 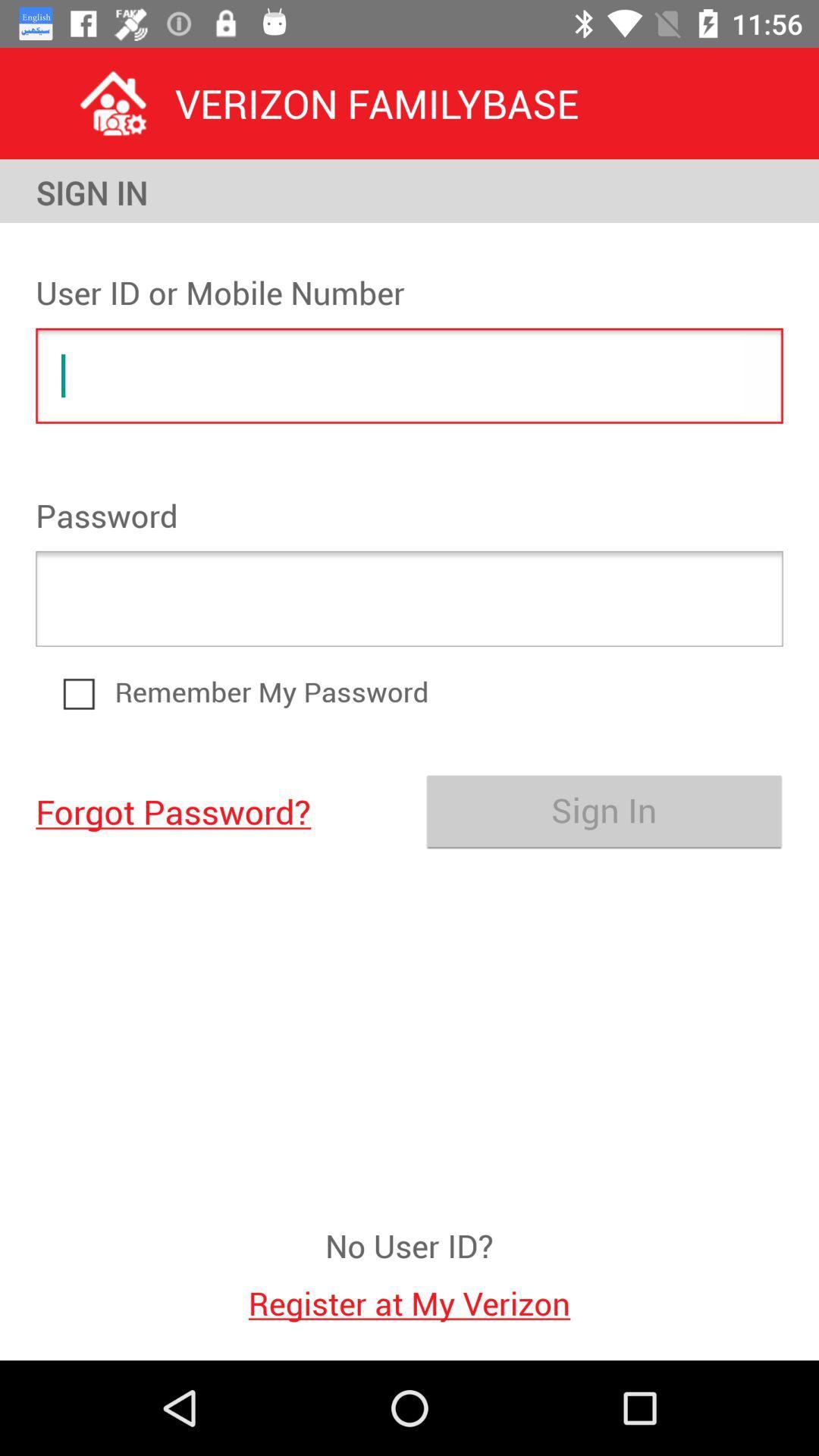 What do you see at coordinates (409, 1294) in the screenshot?
I see `the register at my` at bounding box center [409, 1294].